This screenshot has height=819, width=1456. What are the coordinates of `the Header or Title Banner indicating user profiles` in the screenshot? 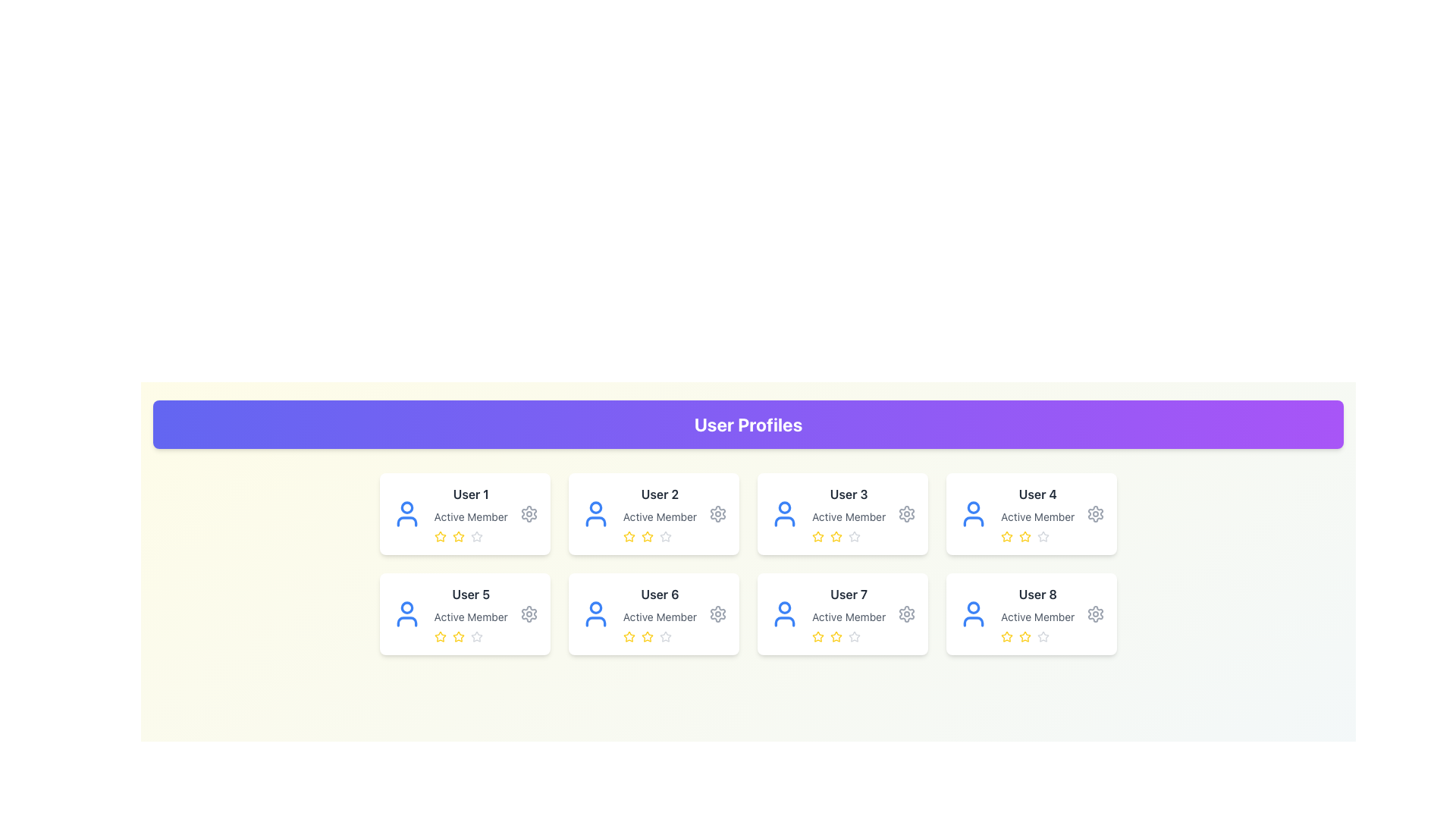 It's located at (748, 424).